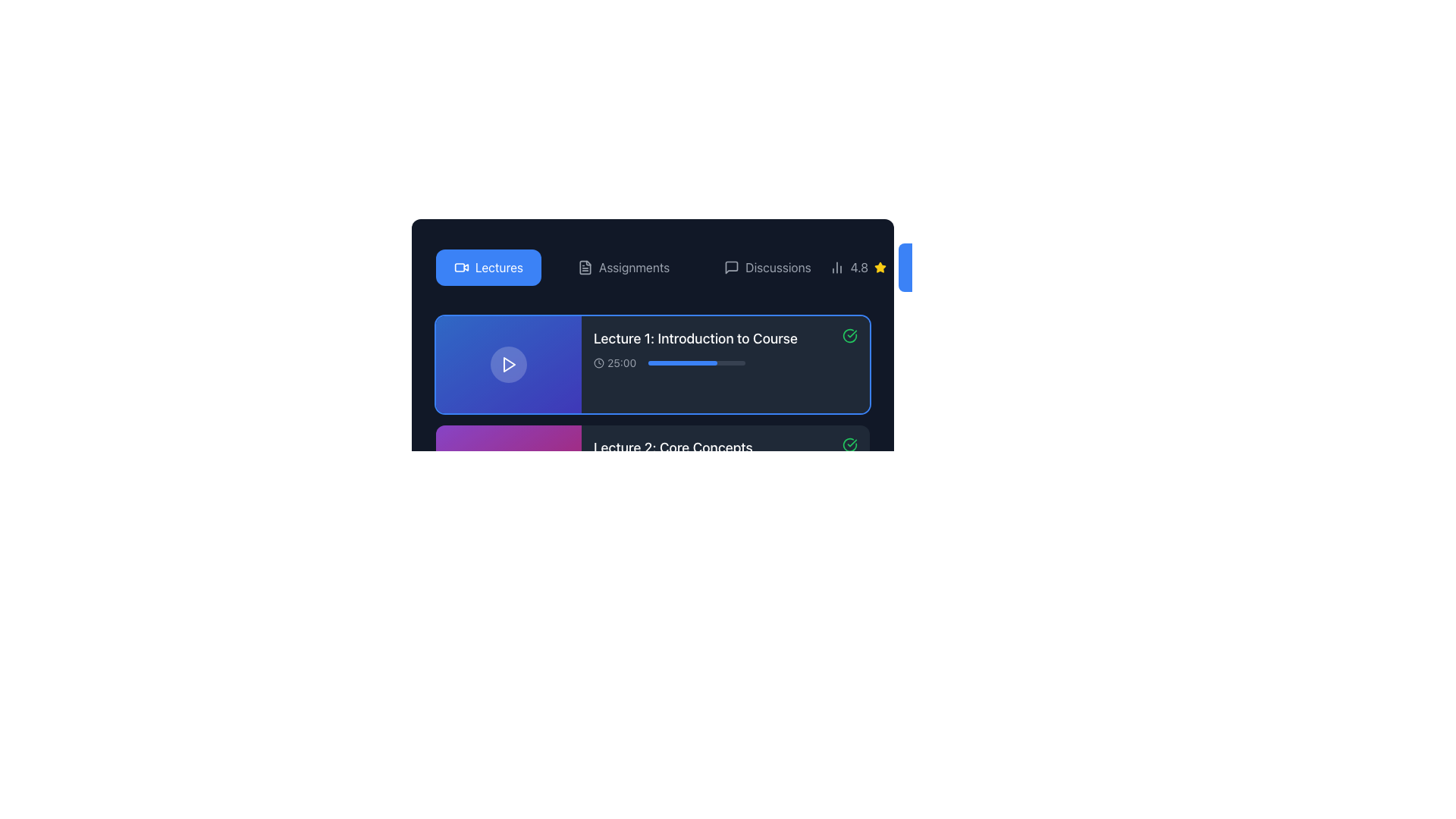  I want to click on the Progress bar segment, so click(682, 362).